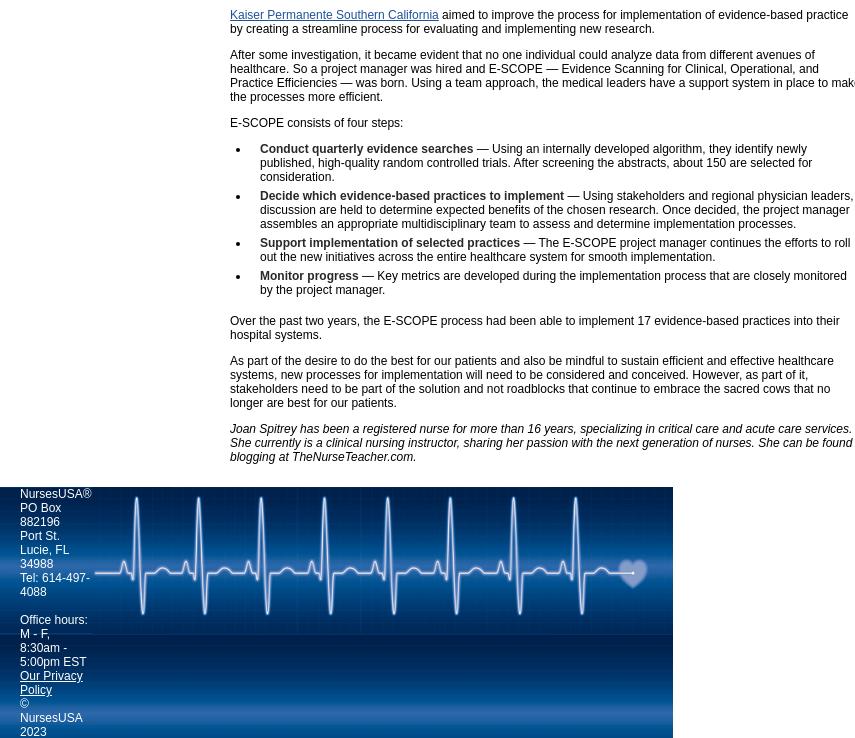  What do you see at coordinates (20, 641) in the screenshot?
I see `'Office hours: M - F, 
		8:30am - 5:00pm EST'` at bounding box center [20, 641].